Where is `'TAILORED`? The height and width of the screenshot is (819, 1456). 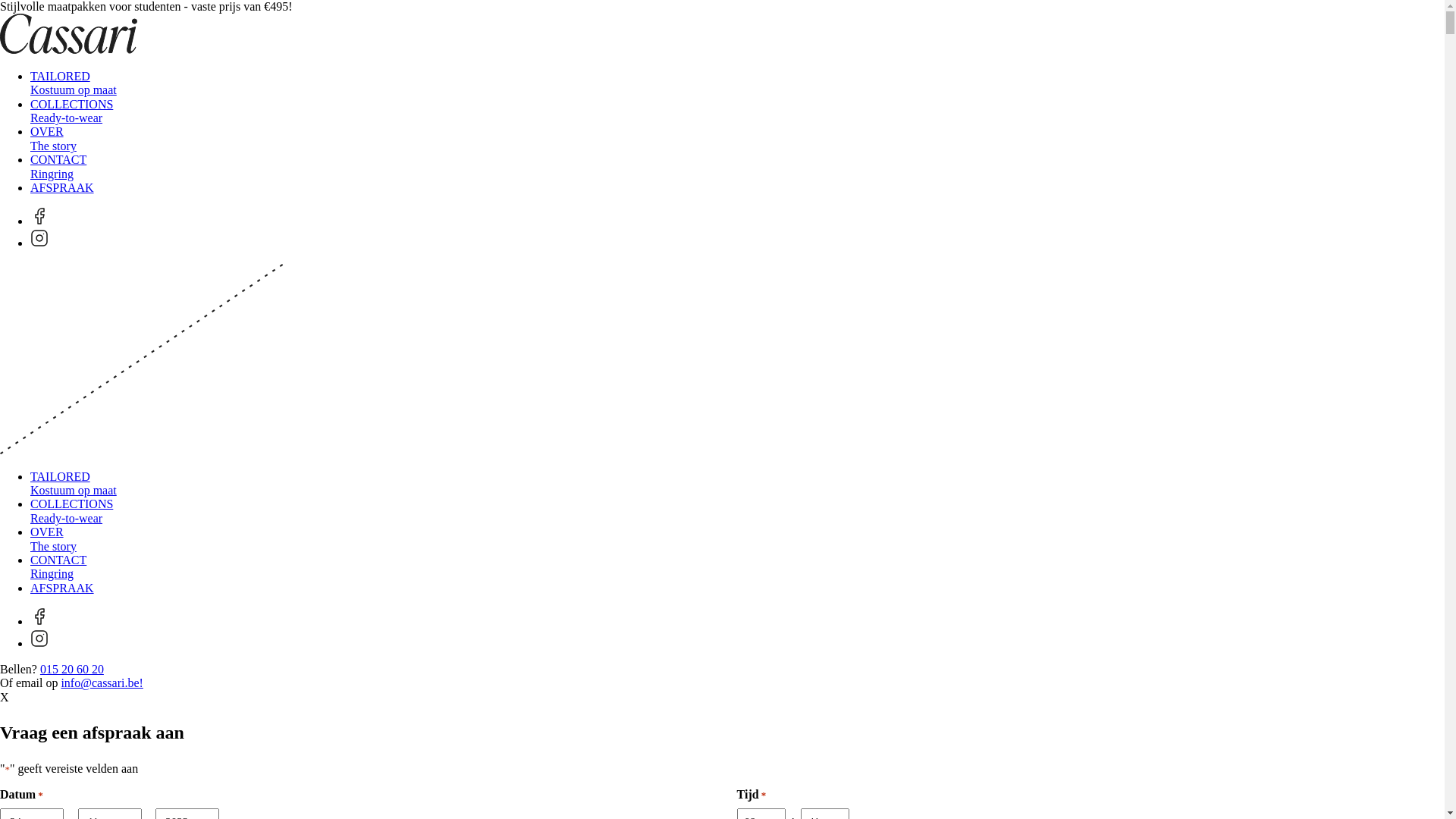
'TAILORED is located at coordinates (72, 83).